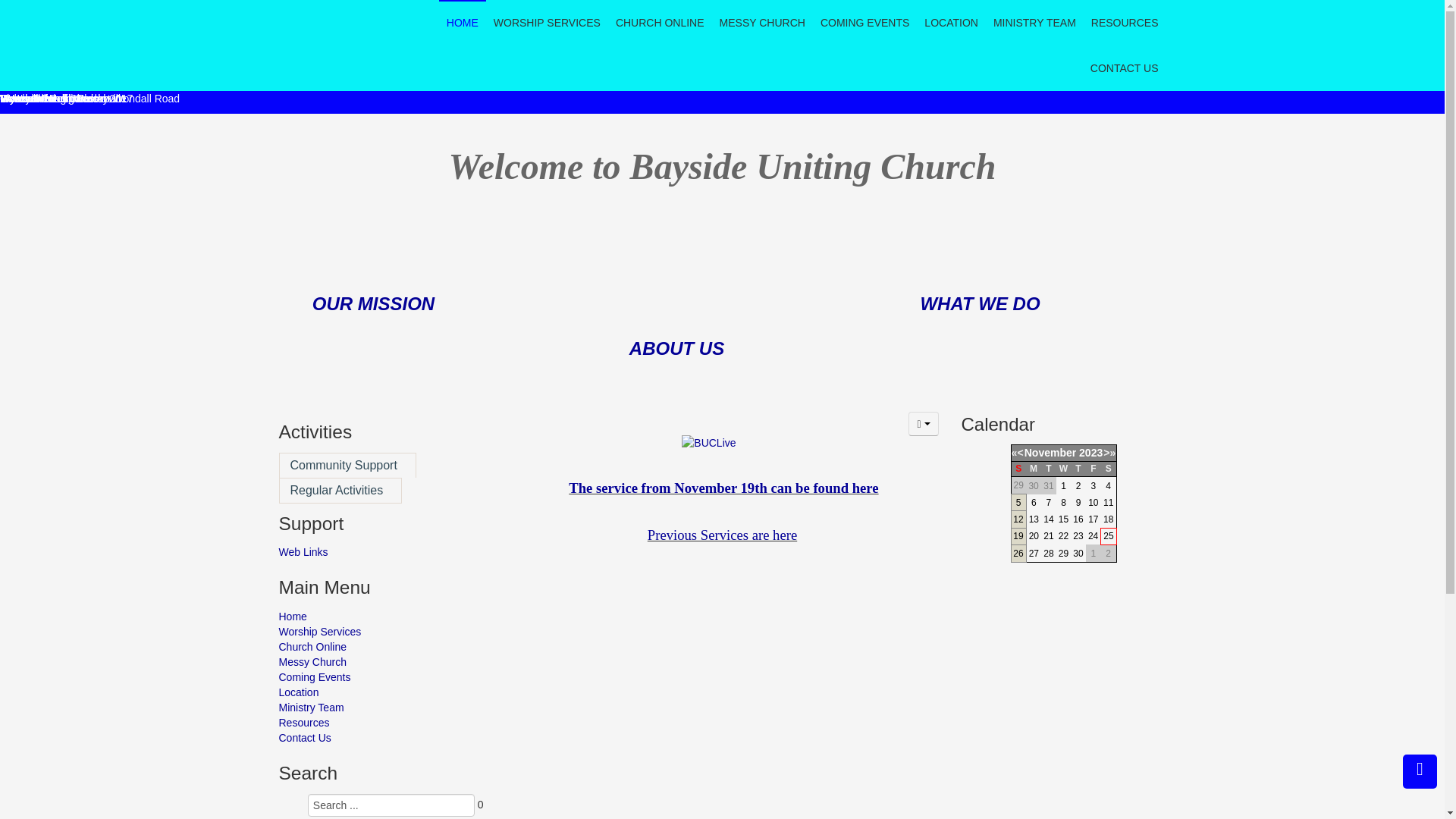 Image resolution: width=1456 pixels, height=819 pixels. What do you see at coordinates (864, 23) in the screenshot?
I see `'COMING EVENTS'` at bounding box center [864, 23].